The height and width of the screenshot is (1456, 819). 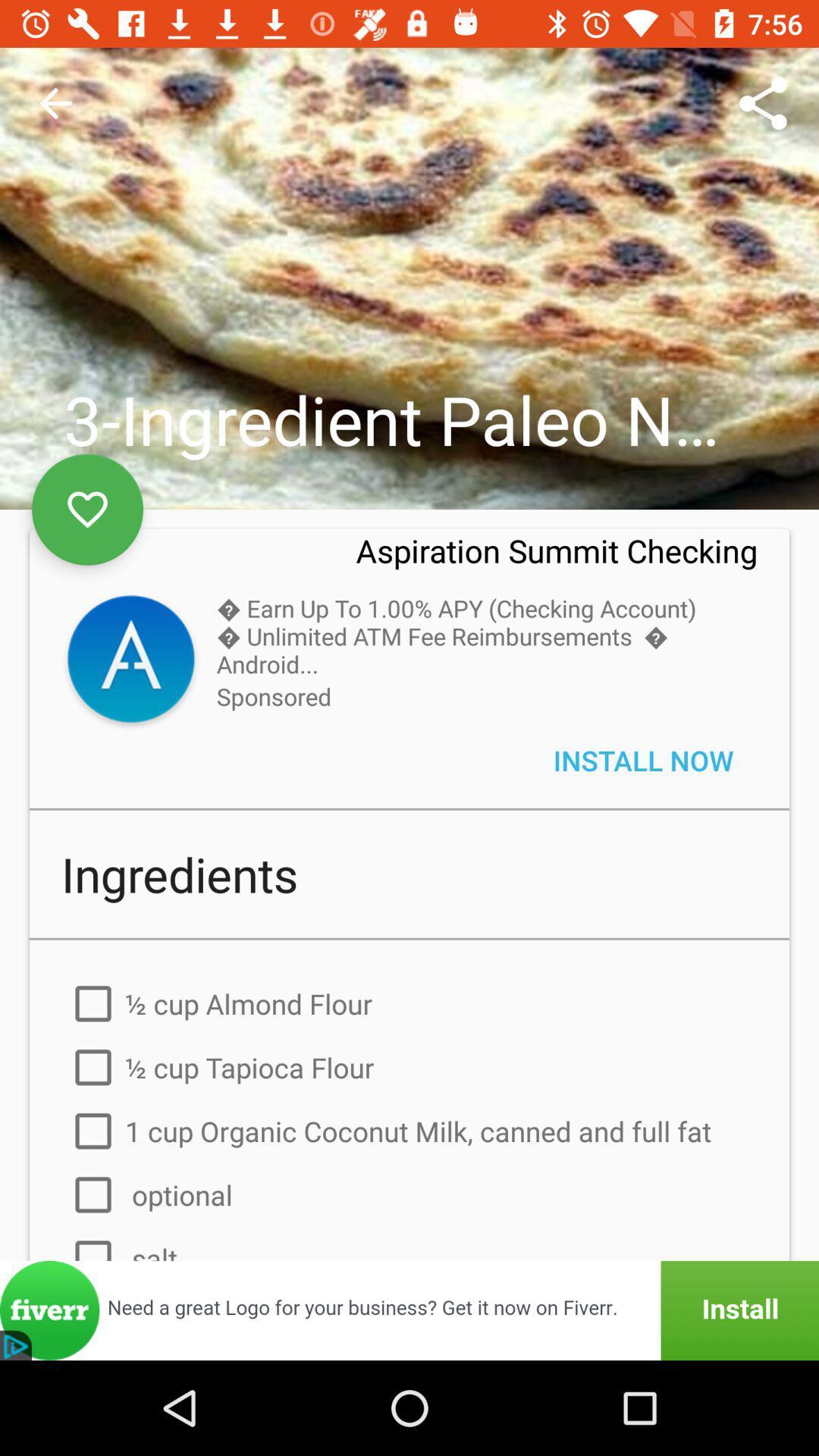 I want to click on the checking button, so click(x=130, y=661).